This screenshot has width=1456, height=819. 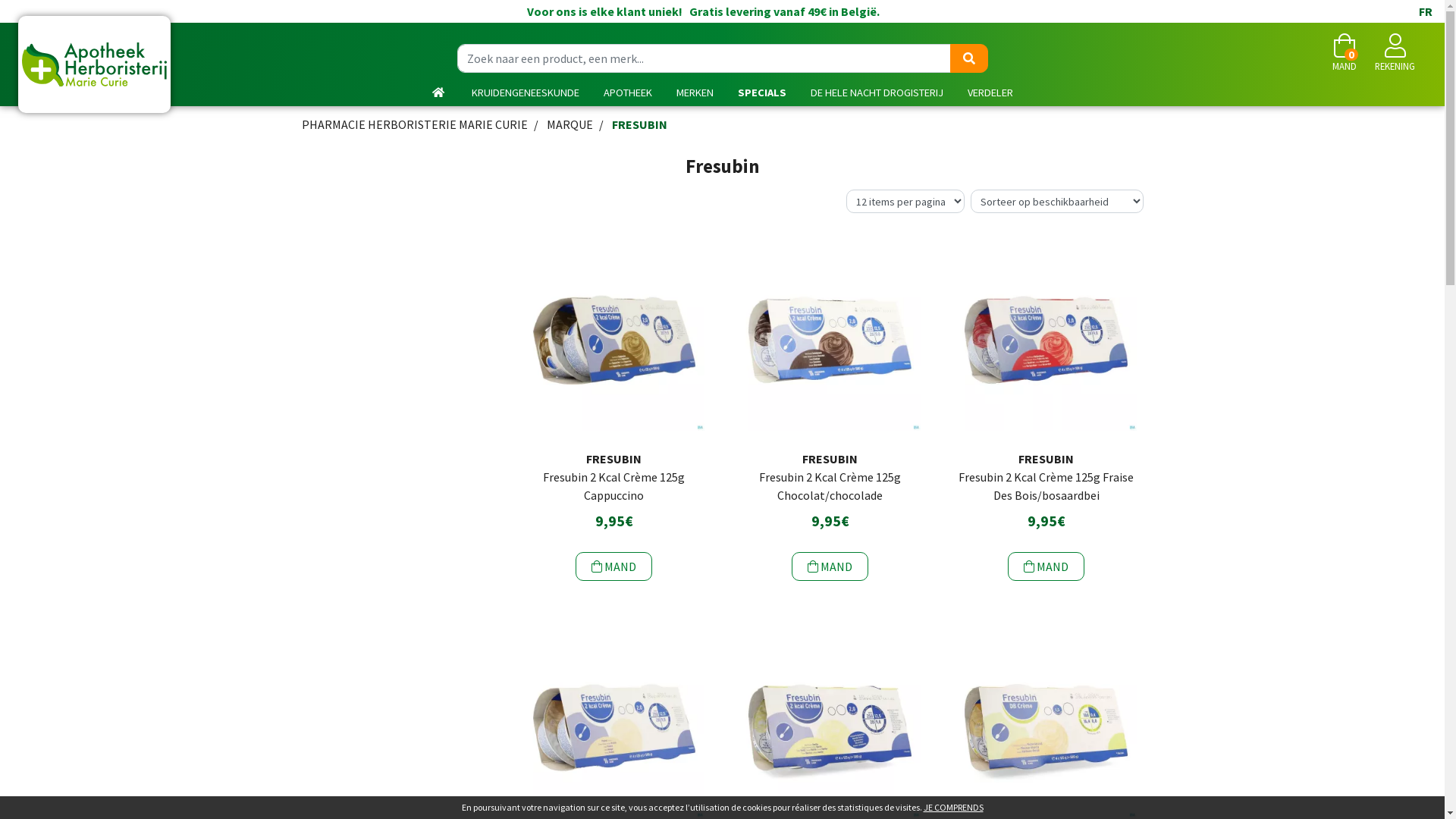 I want to click on 'PHARMACIE HERBORISTERIE MARIE CURIE', so click(x=415, y=124).